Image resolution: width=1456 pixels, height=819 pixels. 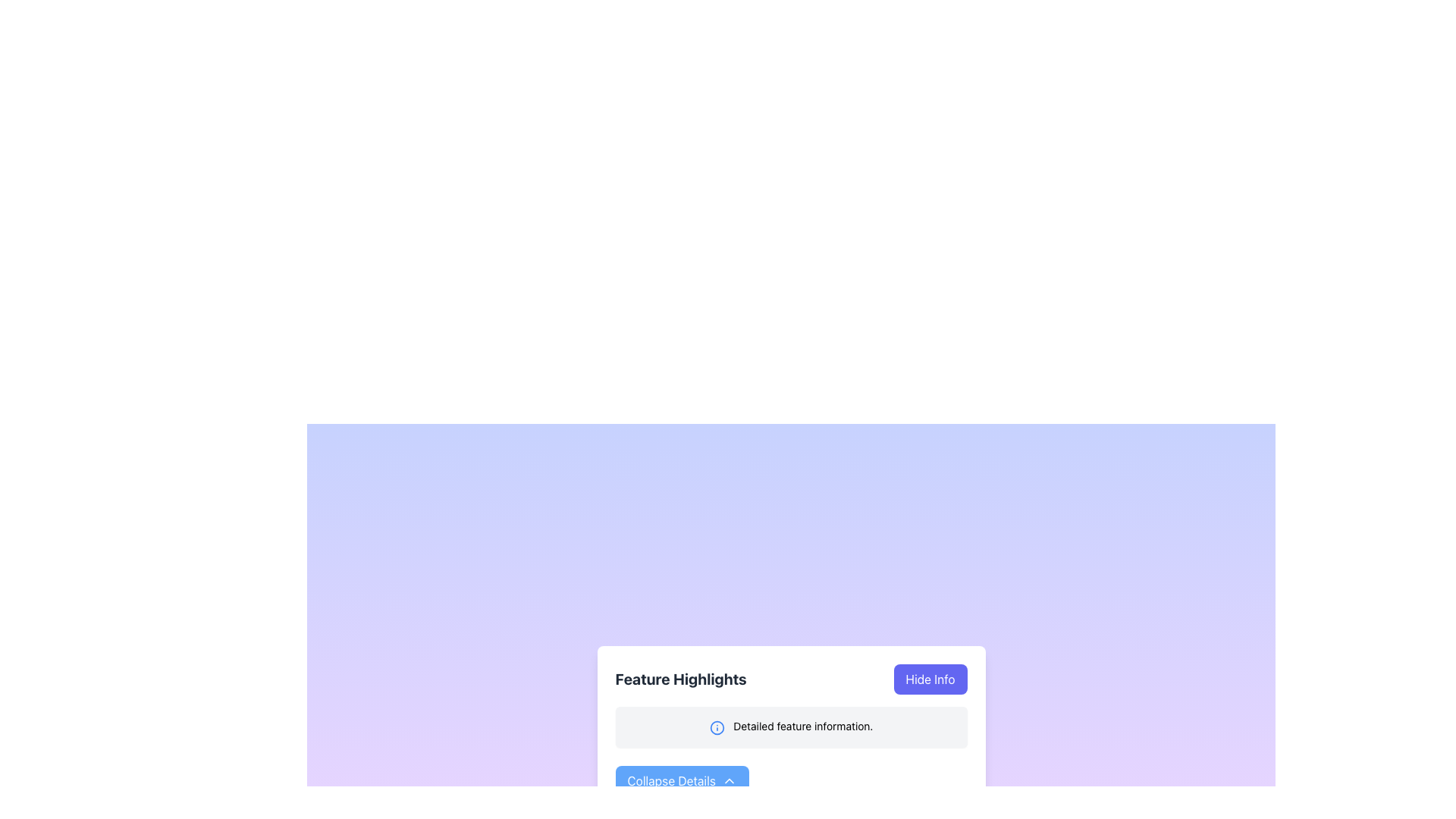 I want to click on the collapse button located in the lower section of the information box, so click(x=681, y=780).